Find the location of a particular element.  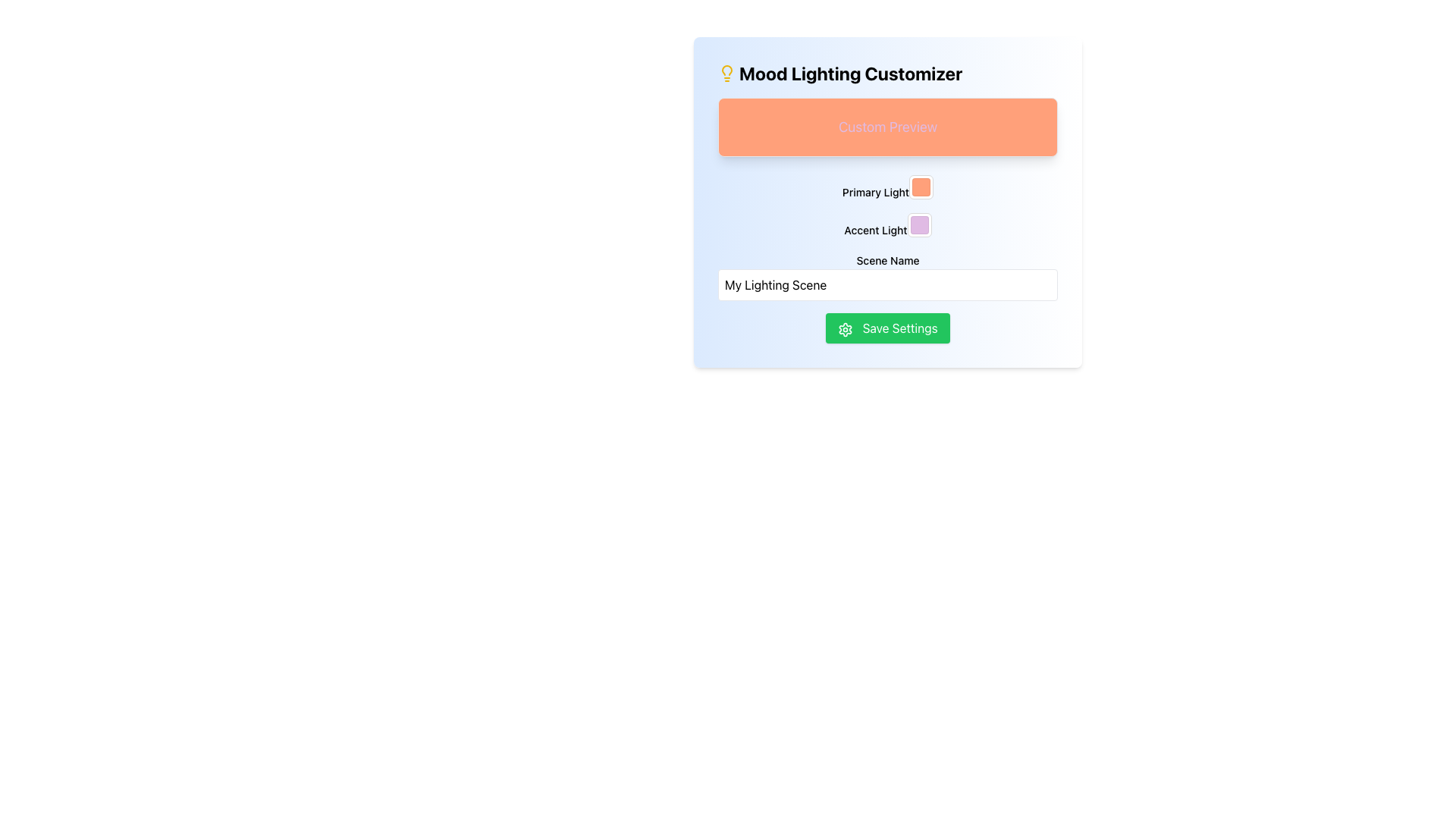

the 'Scene Name' label, which is displayed in a small font size and medium weight, positioned above the input field labeled 'My Lighting Scene' is located at coordinates (888, 259).